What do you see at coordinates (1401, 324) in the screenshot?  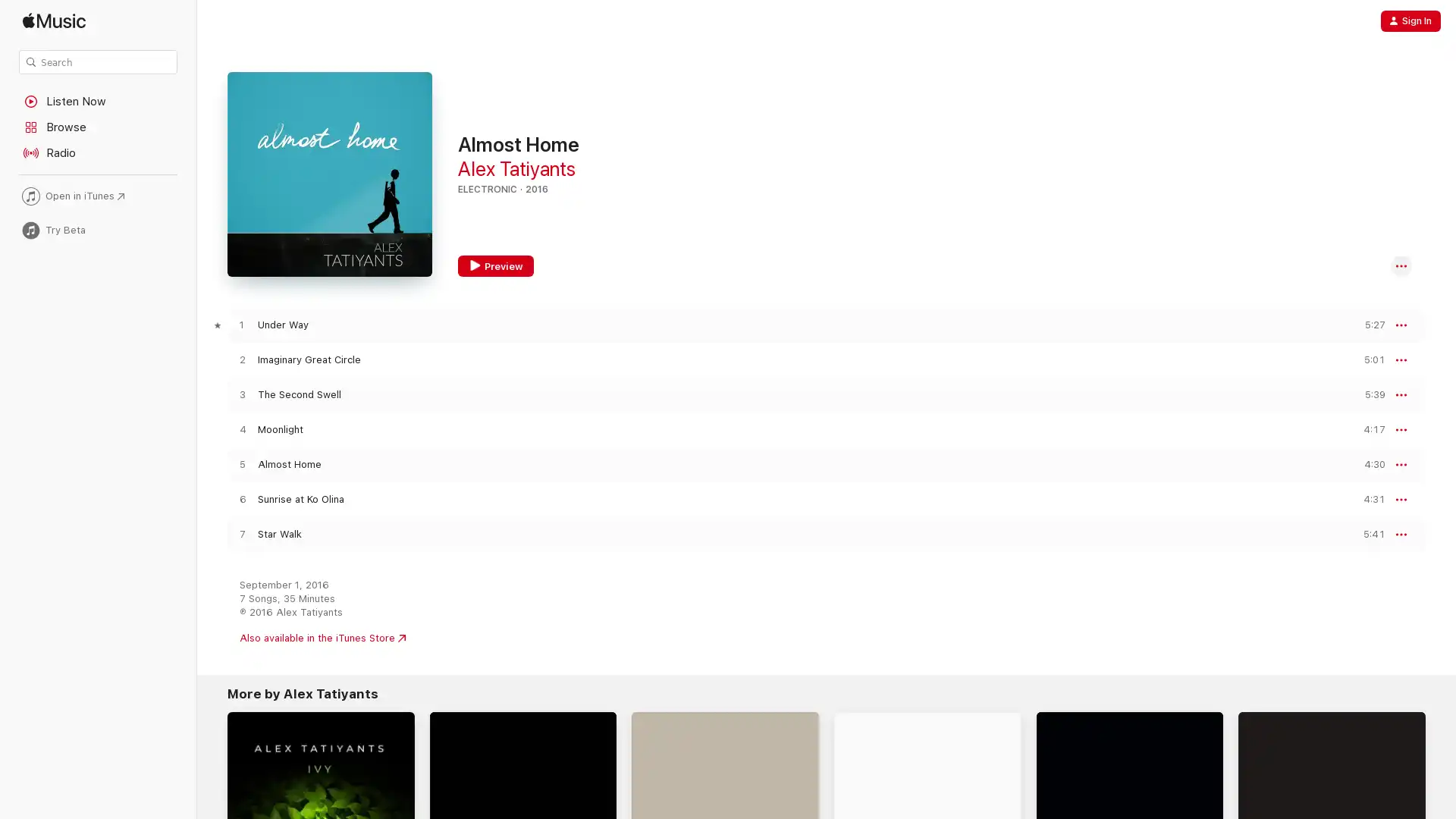 I see `More` at bounding box center [1401, 324].